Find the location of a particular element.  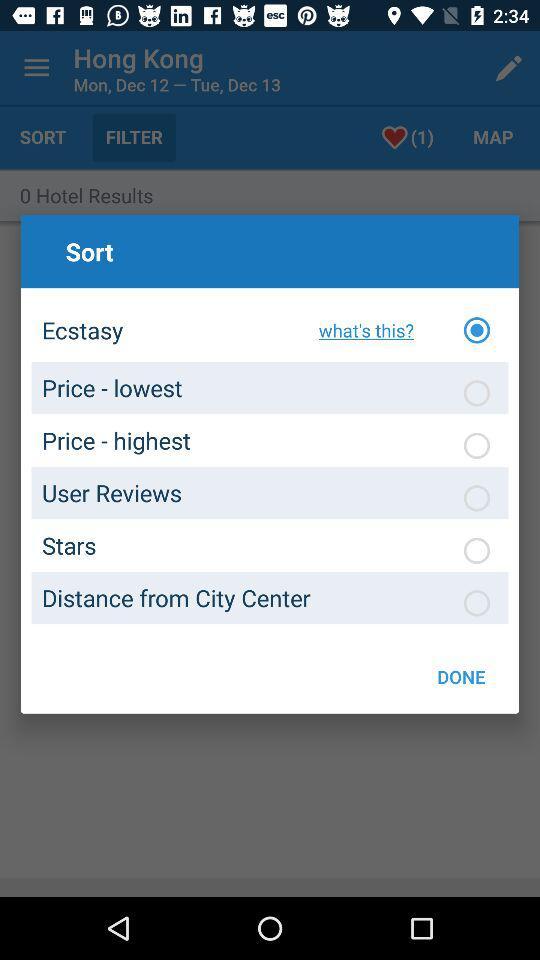

the item to the right of ecstasy icon is located at coordinates (360, 330).